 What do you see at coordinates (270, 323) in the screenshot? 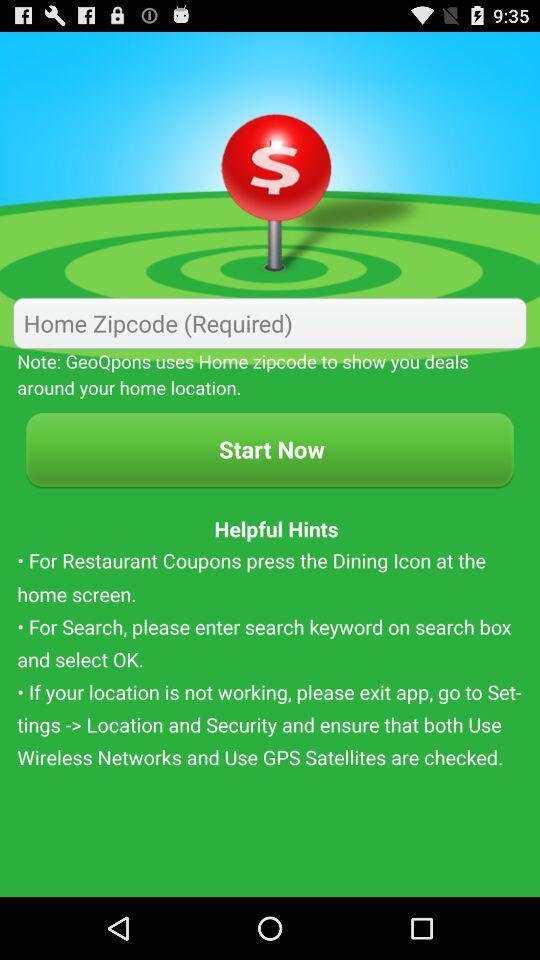
I see `home zipcode` at bounding box center [270, 323].